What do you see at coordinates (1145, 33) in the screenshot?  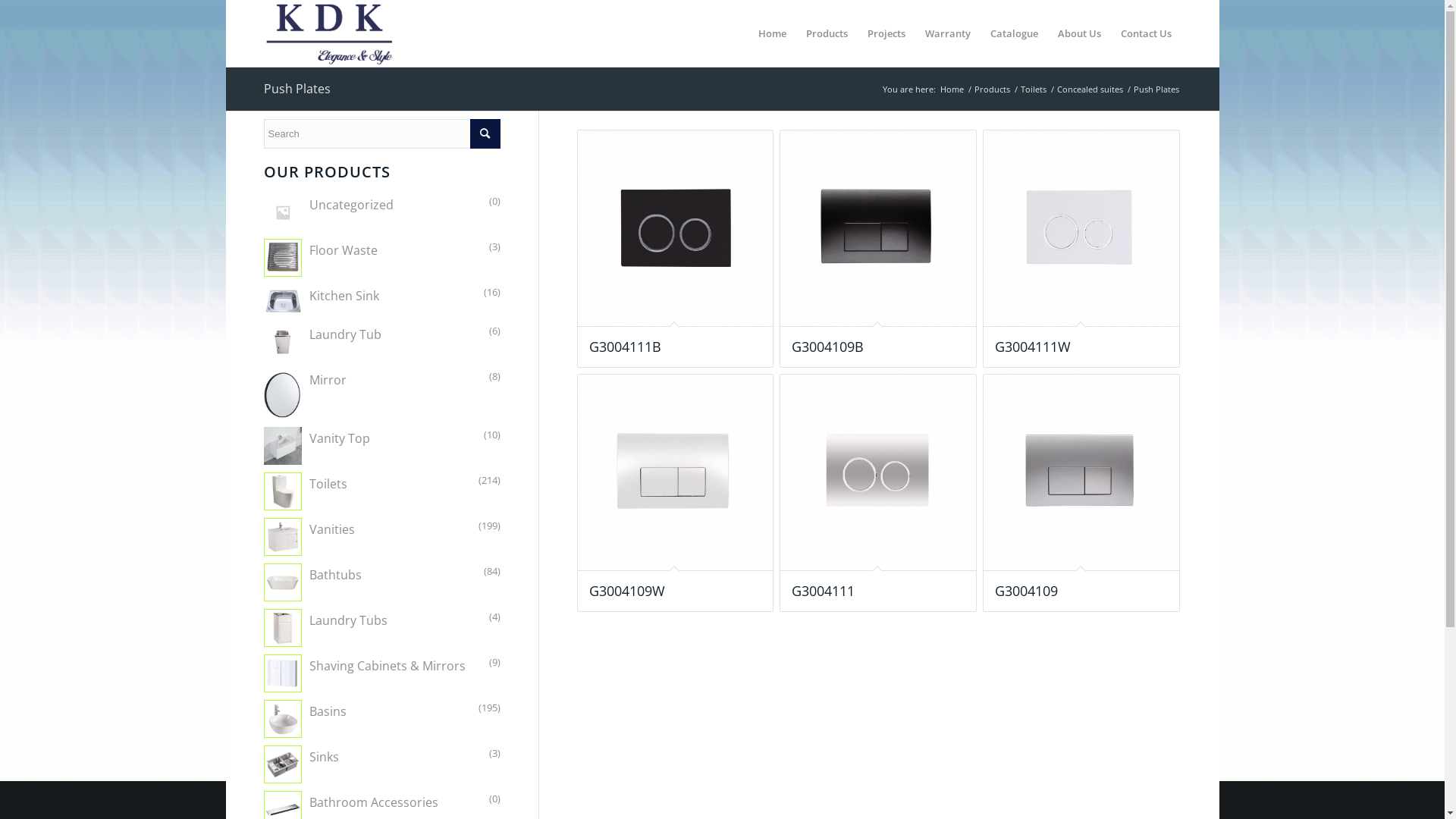 I see `'Contact Us'` at bounding box center [1145, 33].